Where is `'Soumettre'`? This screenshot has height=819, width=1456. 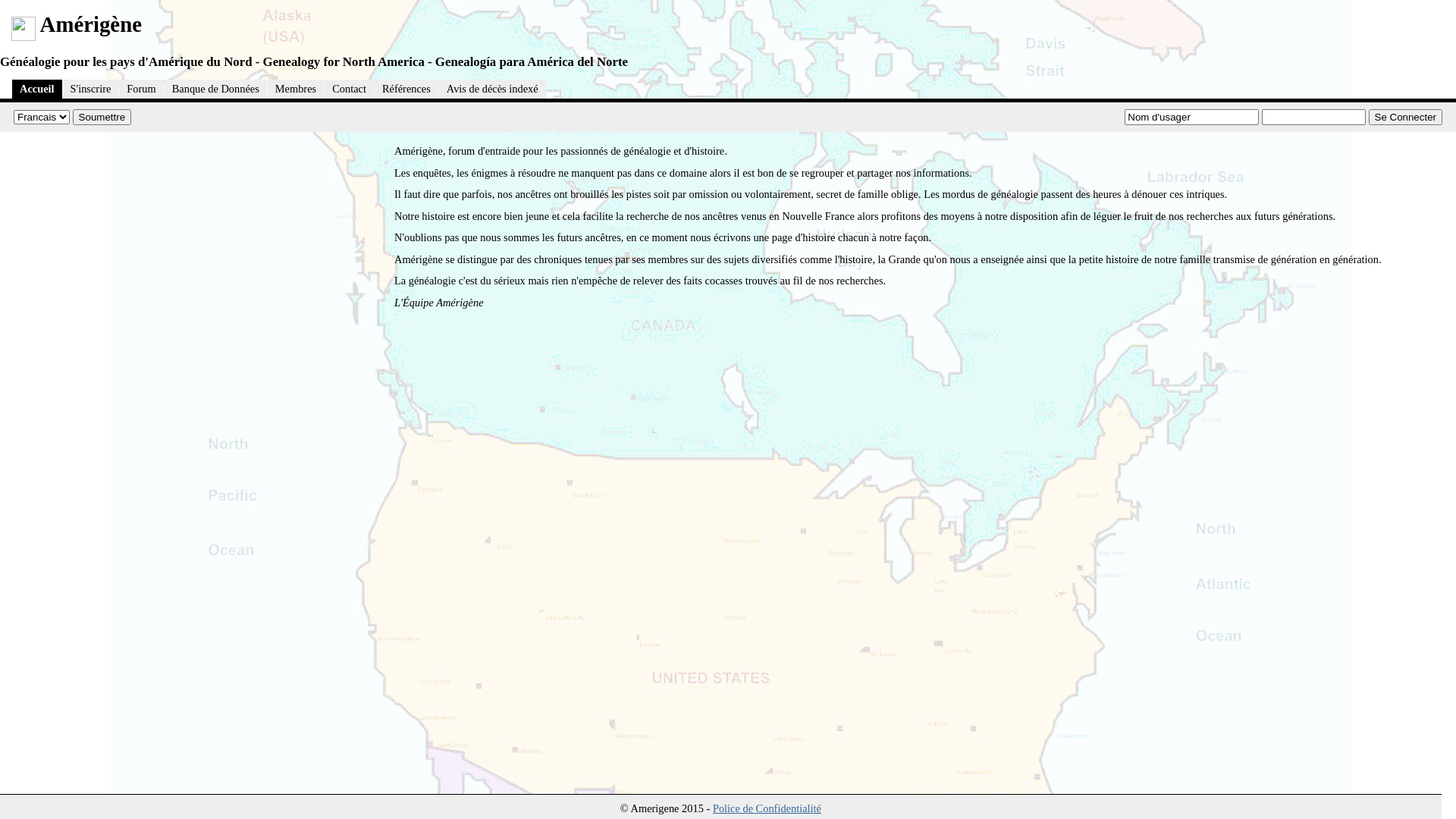 'Soumettre' is located at coordinates (101, 116).